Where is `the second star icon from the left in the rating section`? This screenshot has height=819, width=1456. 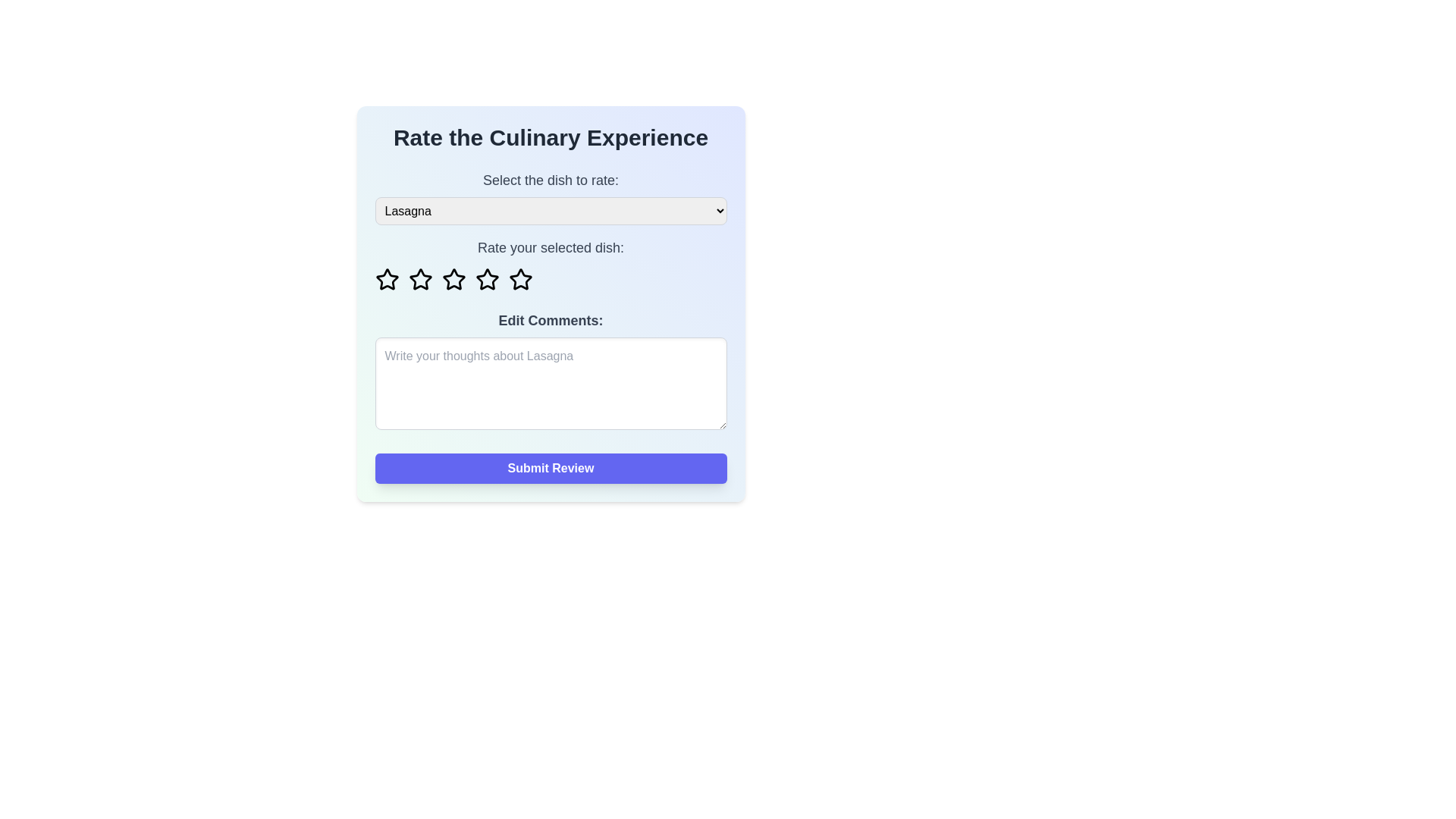
the second star icon from the left in the rating section is located at coordinates (420, 280).